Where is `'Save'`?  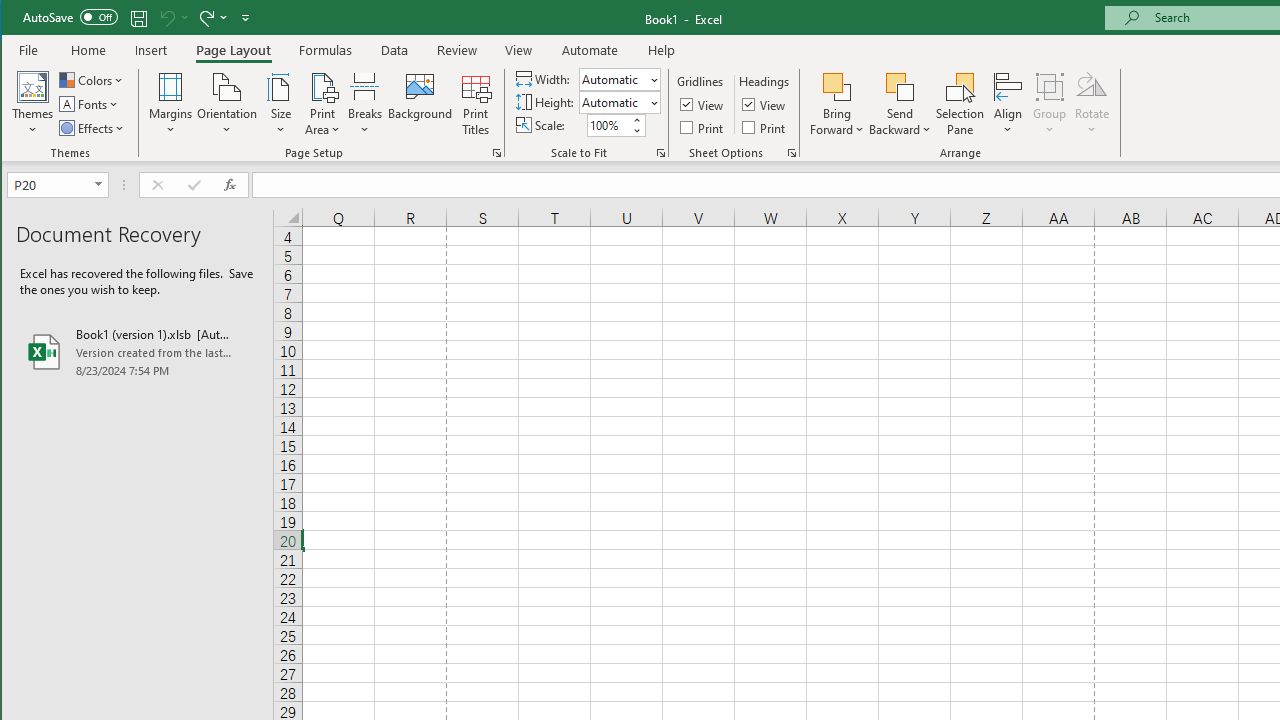 'Save' is located at coordinates (138, 17).